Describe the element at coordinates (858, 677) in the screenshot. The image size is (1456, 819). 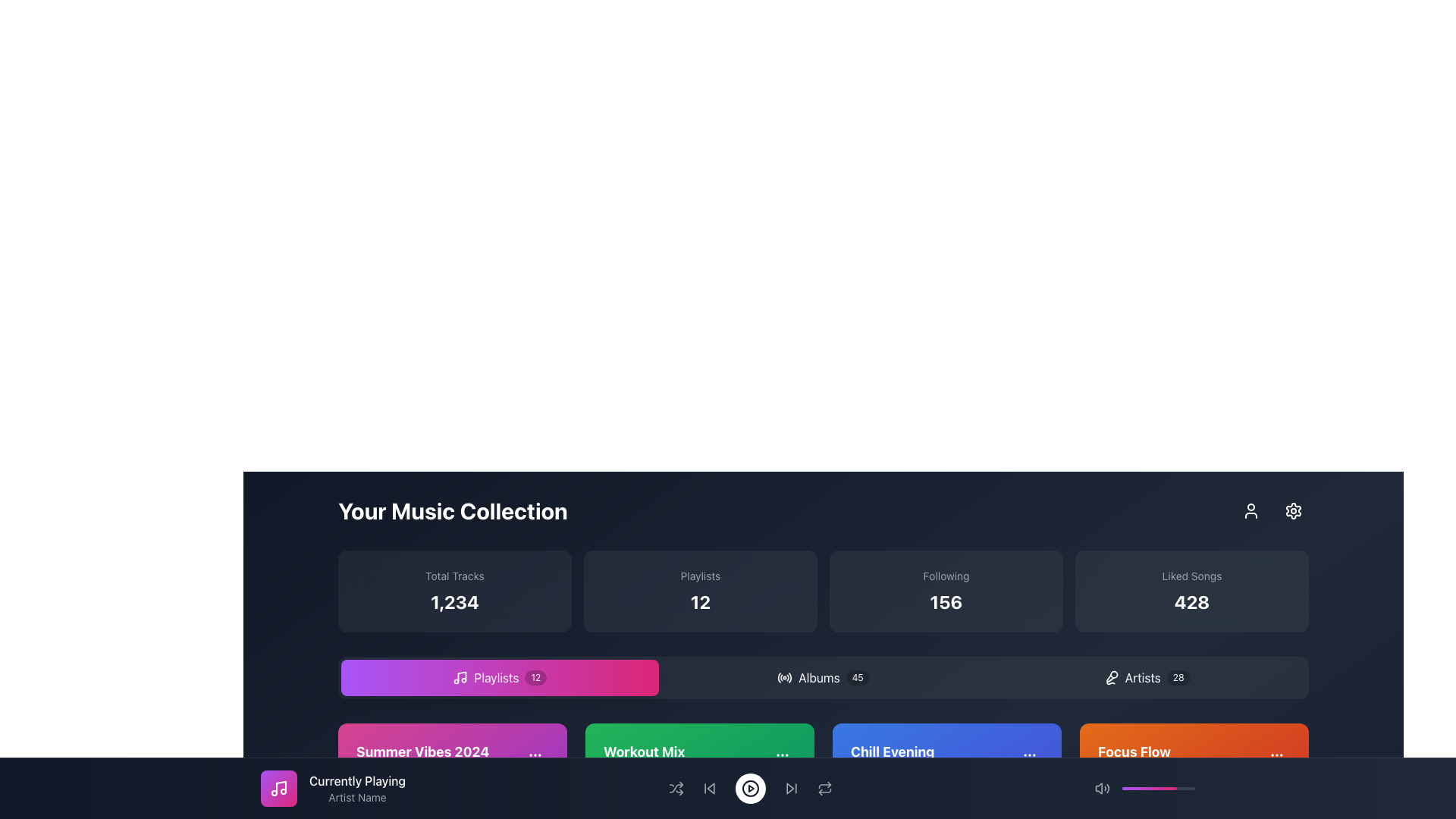
I see `the Badge element indicating the total number of albums in the Albums section, positioned to the right of the Albums text label` at that location.